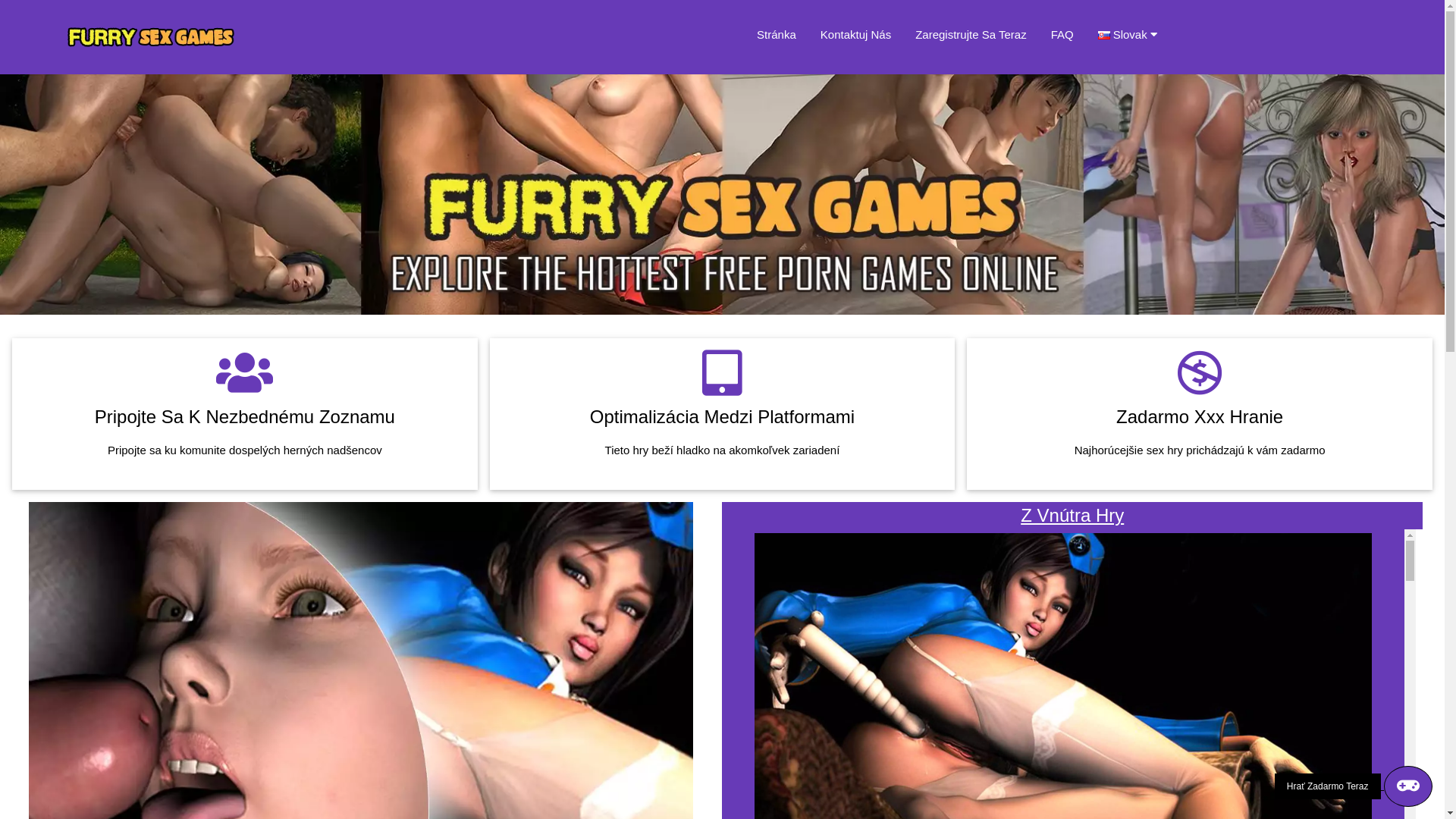  What do you see at coordinates (971, 34) in the screenshot?
I see `'Zaregistrujte Sa Teraz'` at bounding box center [971, 34].